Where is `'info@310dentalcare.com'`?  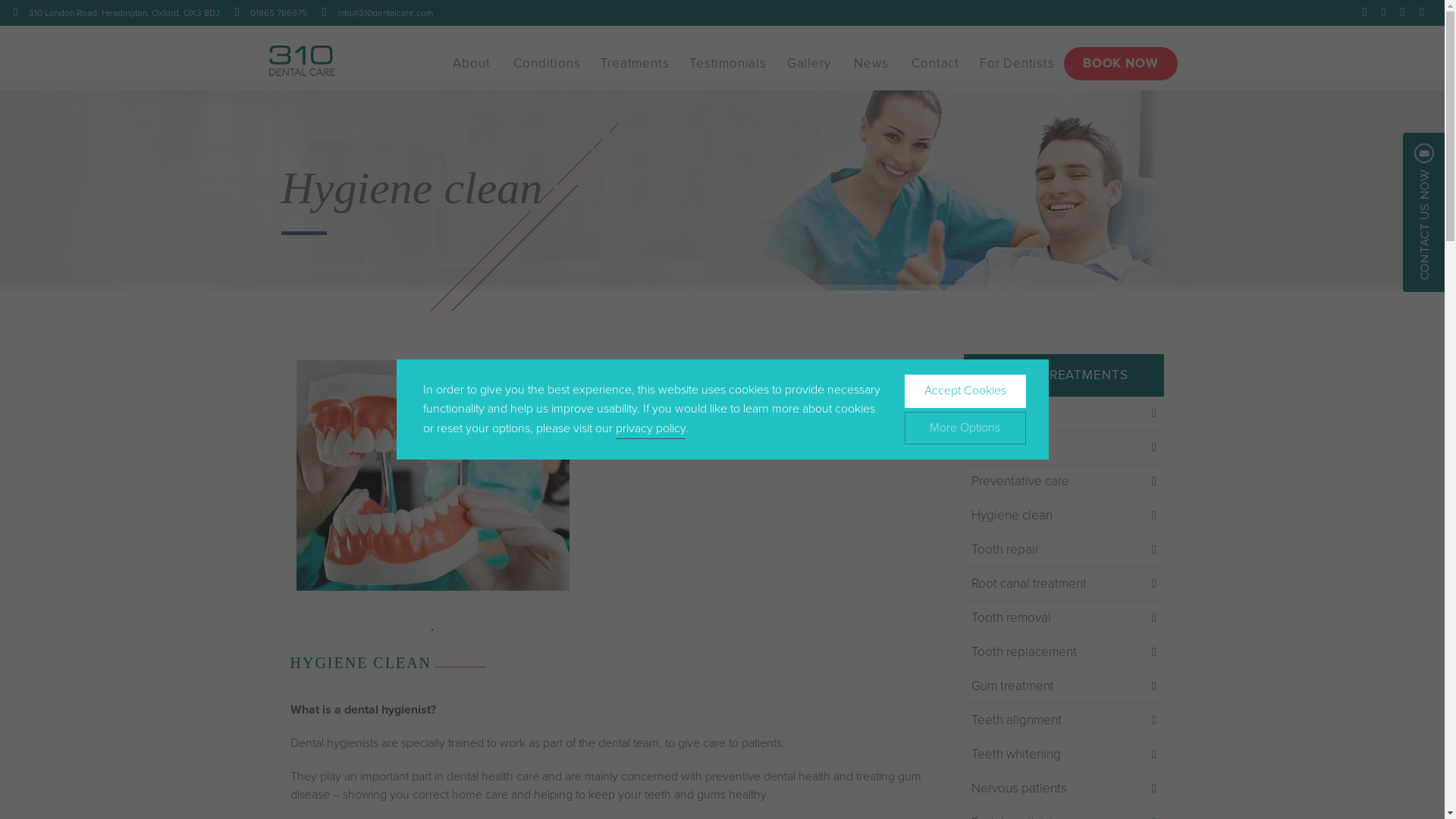
'info@310dentalcare.com' is located at coordinates (385, 12).